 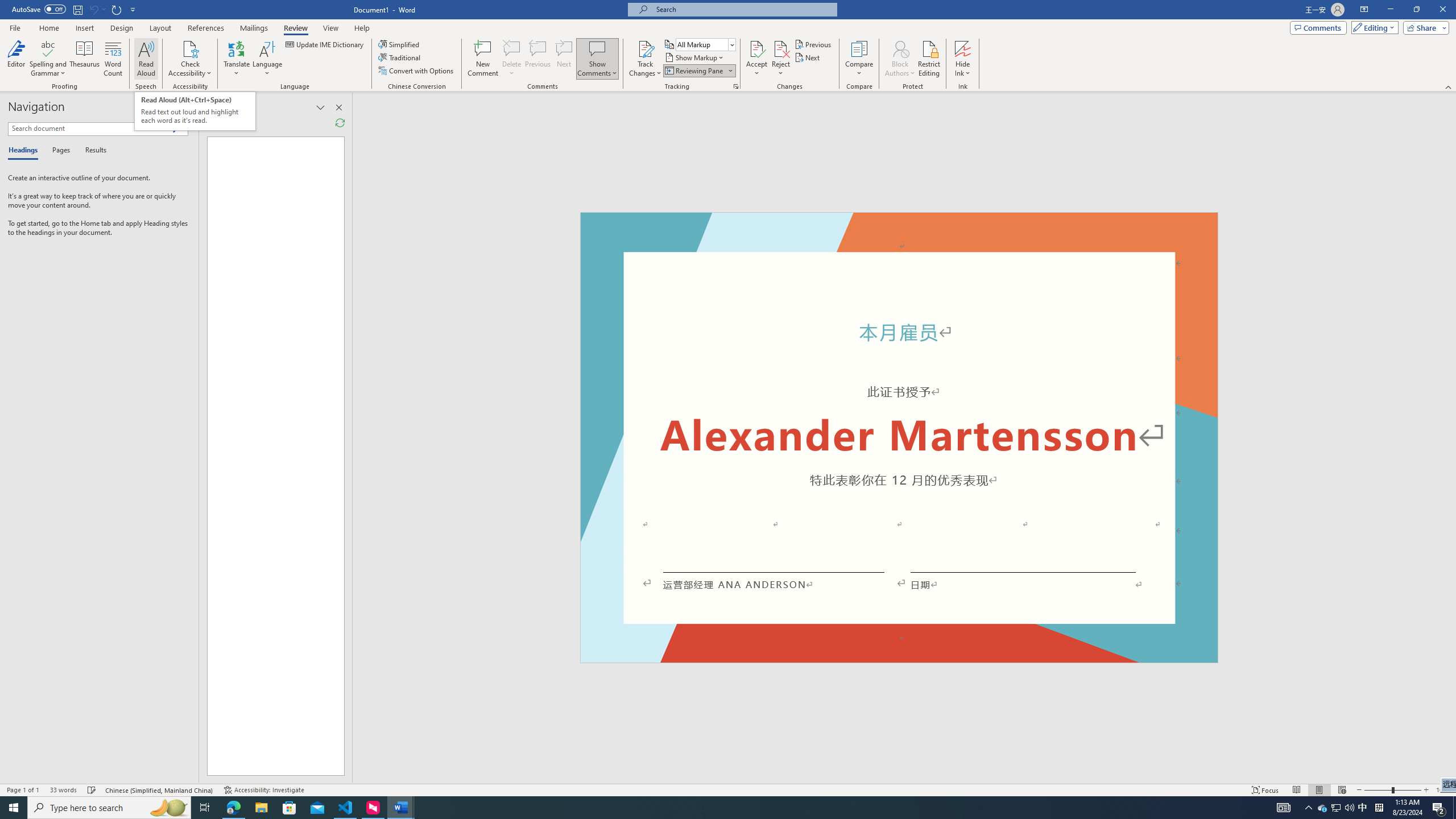 What do you see at coordinates (756, 48) in the screenshot?
I see `'Accept and Move to Next'` at bounding box center [756, 48].